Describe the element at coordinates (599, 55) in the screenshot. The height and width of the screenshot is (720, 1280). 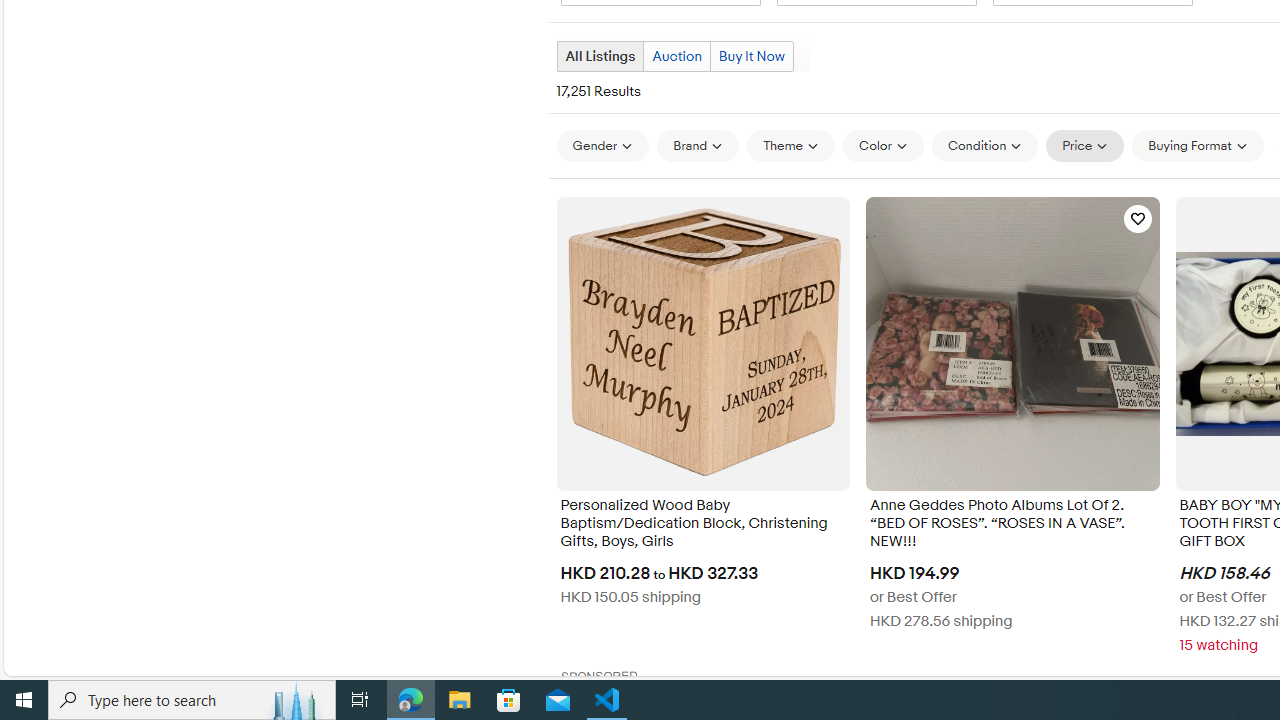
I see `'All Listings Current view'` at that location.